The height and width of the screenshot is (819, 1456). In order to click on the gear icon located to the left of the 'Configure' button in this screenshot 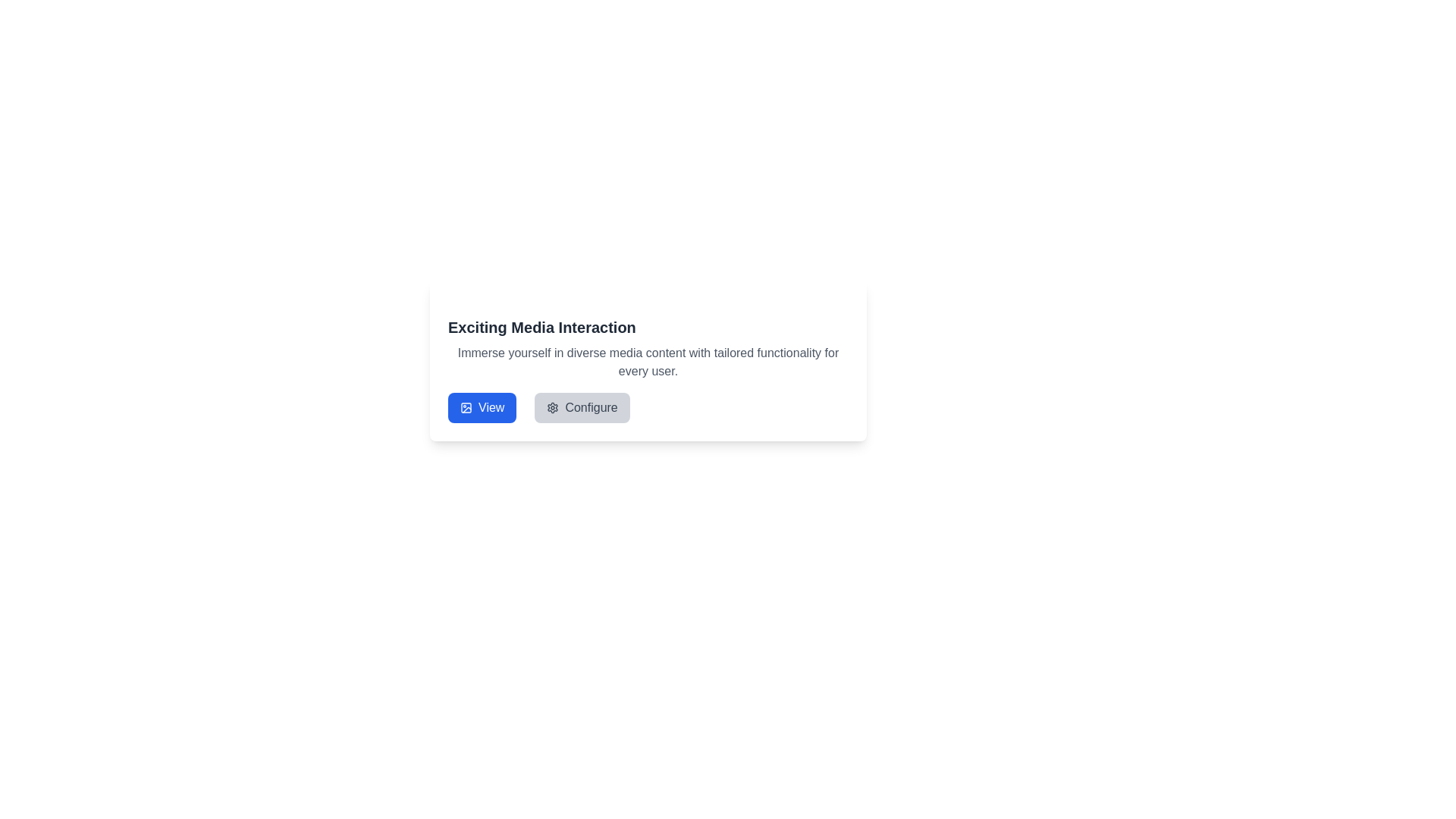, I will do `click(552, 406)`.